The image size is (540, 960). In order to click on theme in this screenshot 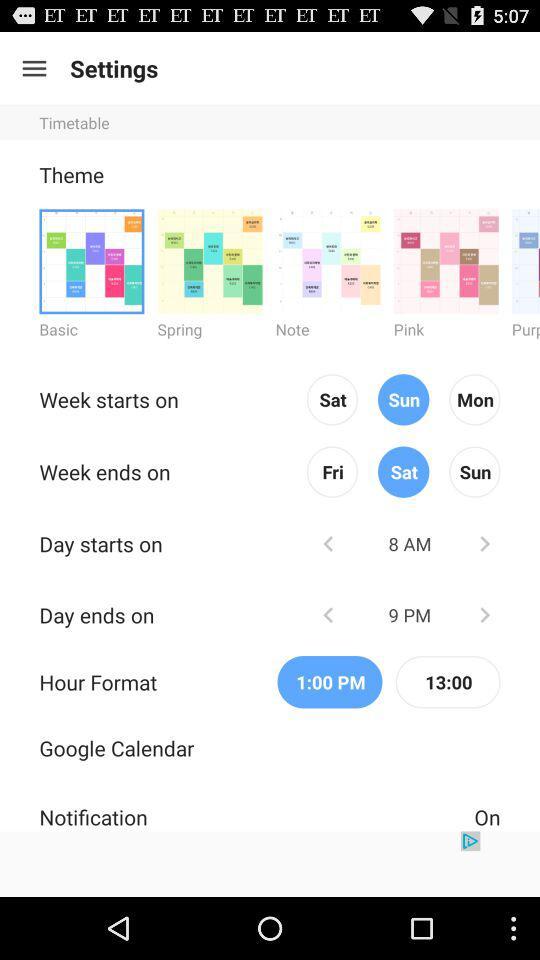, I will do `click(209, 260)`.